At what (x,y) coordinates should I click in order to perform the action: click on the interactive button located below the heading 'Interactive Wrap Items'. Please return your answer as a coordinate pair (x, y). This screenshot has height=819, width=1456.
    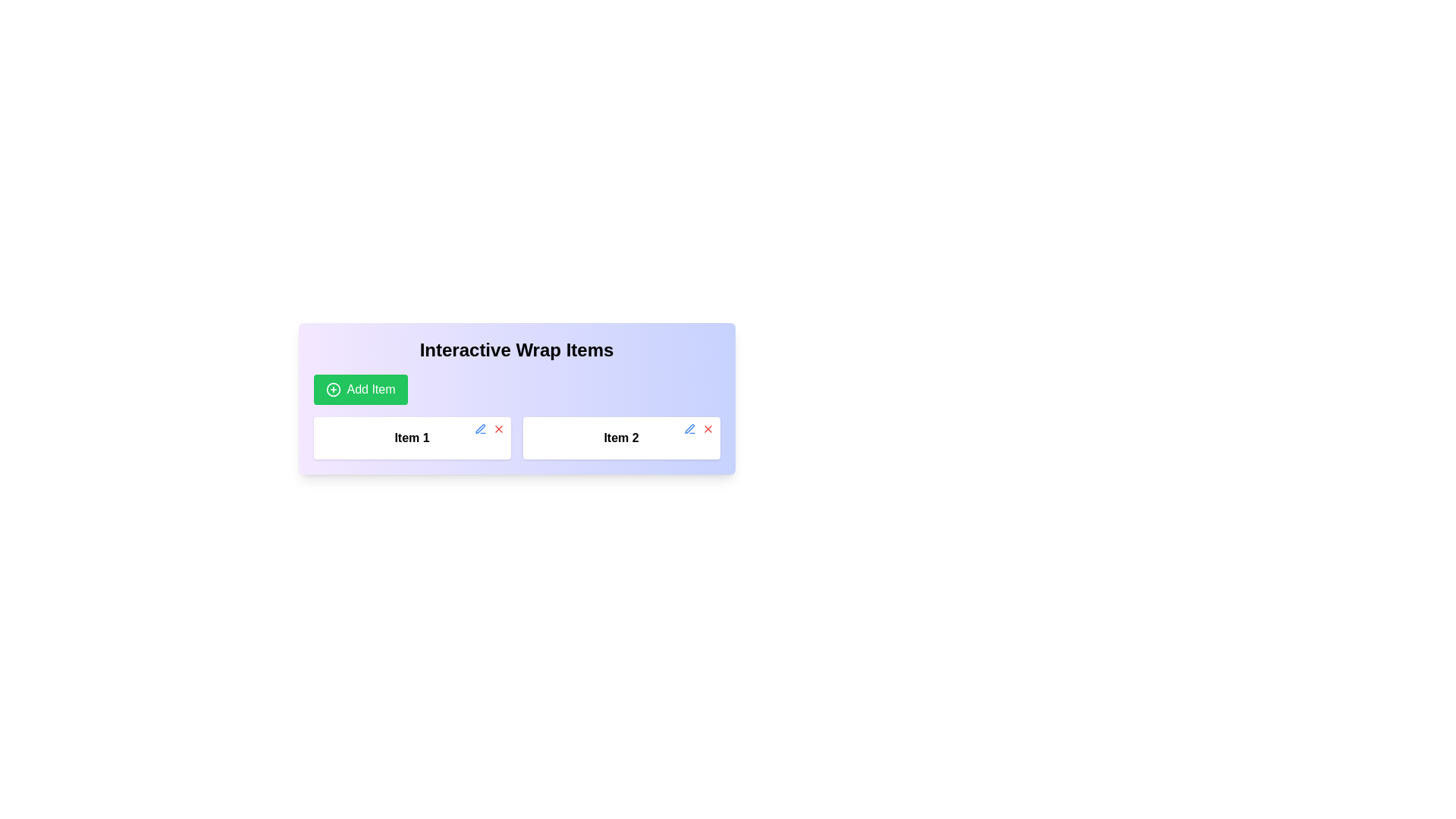
    Looking at the image, I should click on (359, 388).